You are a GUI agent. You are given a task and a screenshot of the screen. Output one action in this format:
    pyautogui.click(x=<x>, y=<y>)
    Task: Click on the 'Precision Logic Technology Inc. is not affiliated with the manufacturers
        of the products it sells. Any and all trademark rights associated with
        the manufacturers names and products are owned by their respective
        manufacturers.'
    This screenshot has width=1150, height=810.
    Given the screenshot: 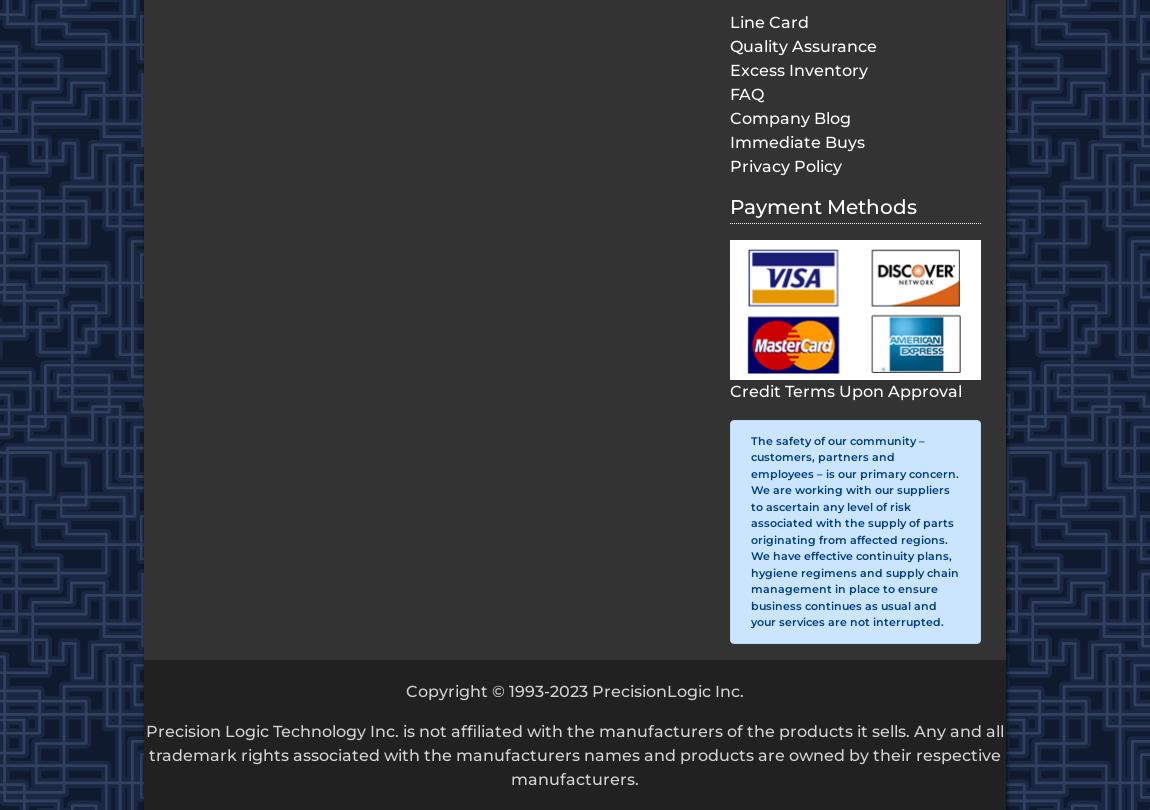 What is the action you would take?
    pyautogui.click(x=575, y=753)
    